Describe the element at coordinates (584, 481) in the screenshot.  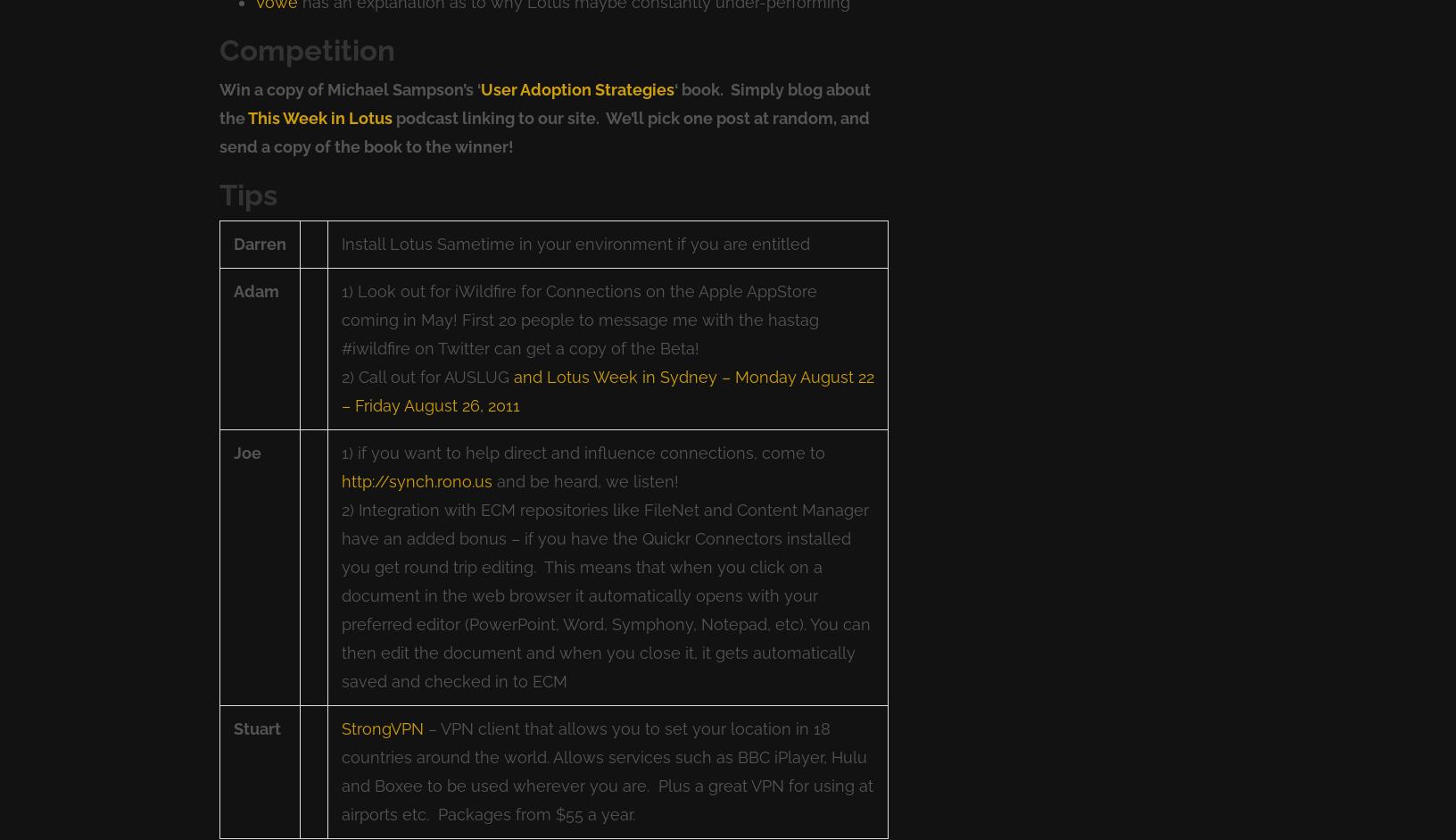
I see `'and be heard, we listen!'` at that location.